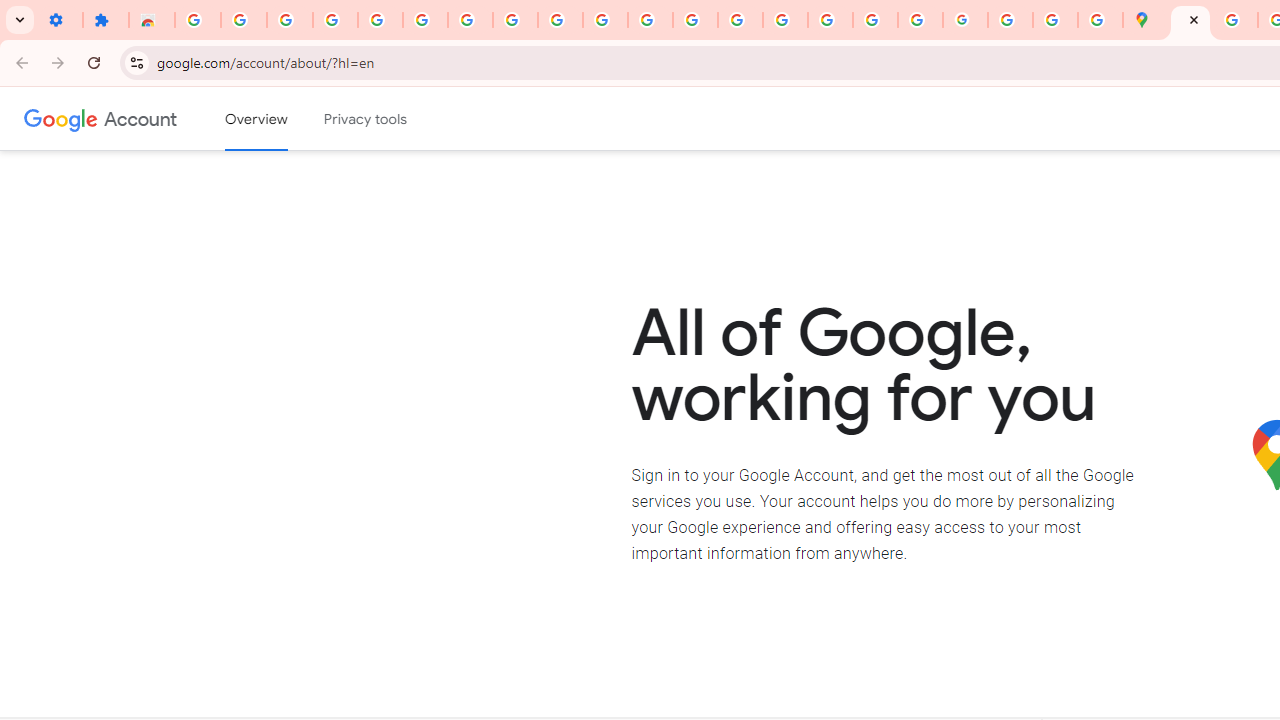  I want to click on 'Privacy Help Center - Policies Help', so click(784, 20).